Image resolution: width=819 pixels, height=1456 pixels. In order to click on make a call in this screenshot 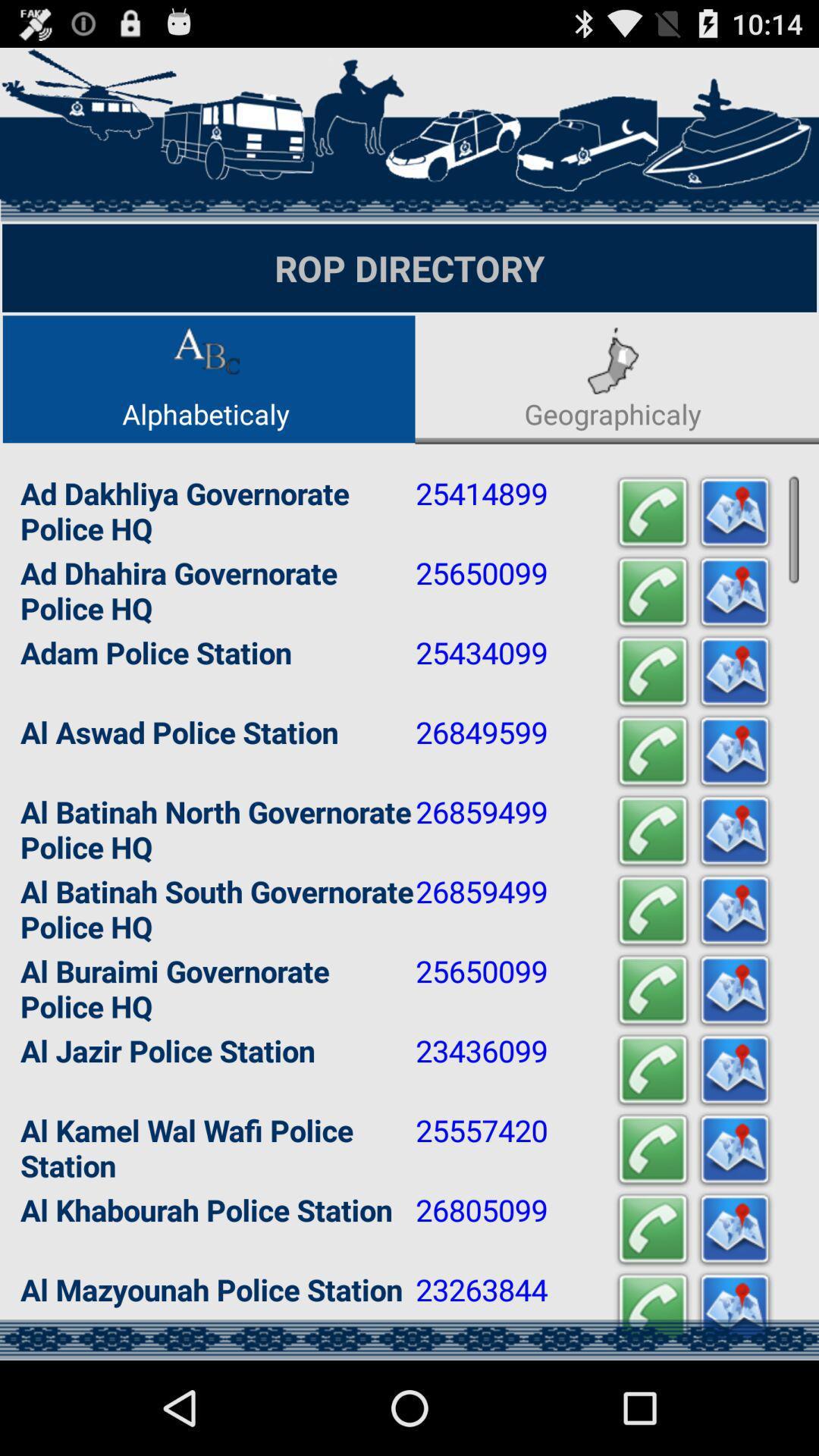, I will do `click(651, 1150)`.